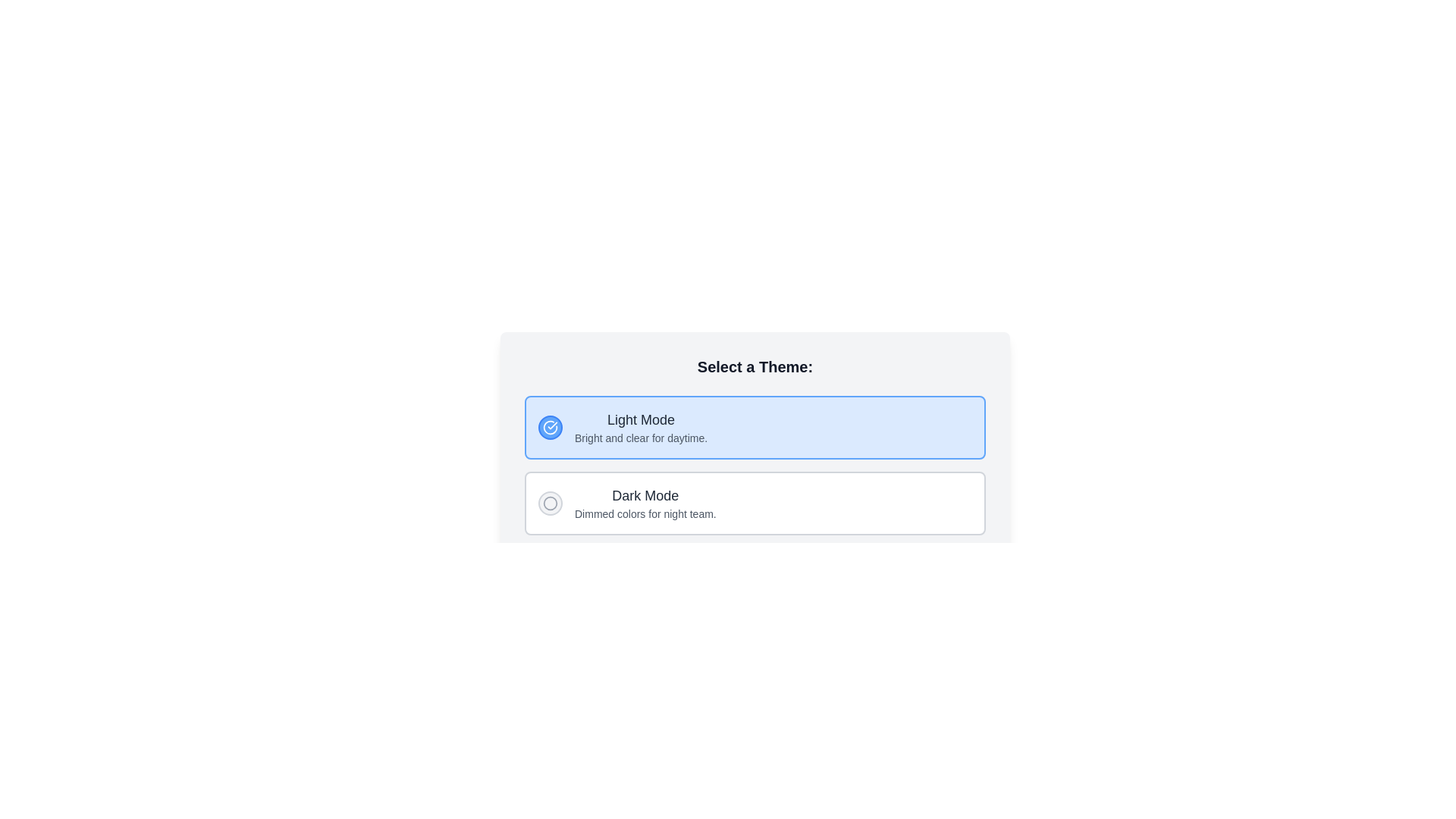  Describe the element at coordinates (645, 513) in the screenshot. I see `the descriptive text label located directly beneath the 'Dark Mode' option, which provides additional context about its function` at that location.